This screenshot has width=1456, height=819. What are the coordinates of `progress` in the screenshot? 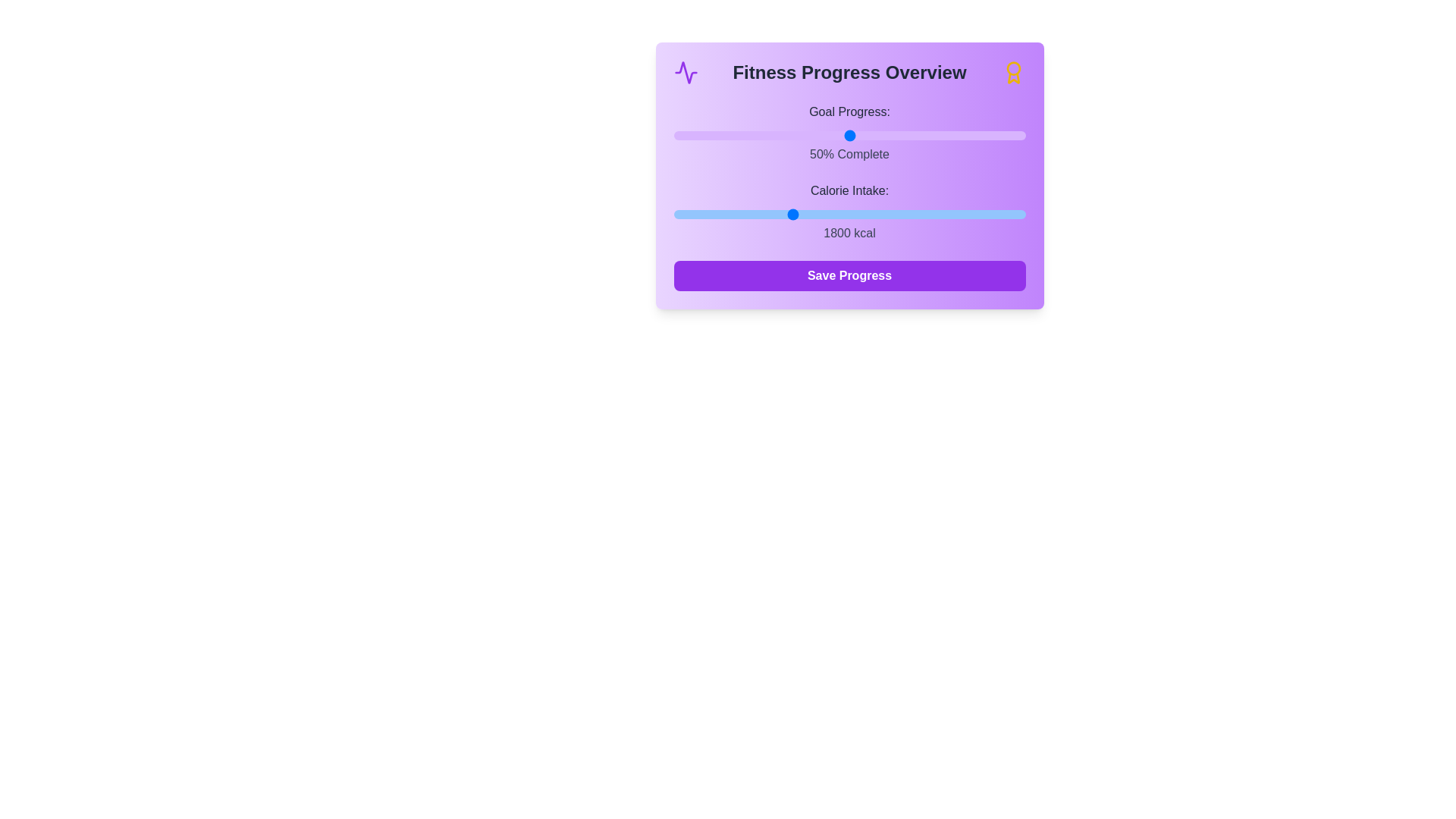 It's located at (968, 134).